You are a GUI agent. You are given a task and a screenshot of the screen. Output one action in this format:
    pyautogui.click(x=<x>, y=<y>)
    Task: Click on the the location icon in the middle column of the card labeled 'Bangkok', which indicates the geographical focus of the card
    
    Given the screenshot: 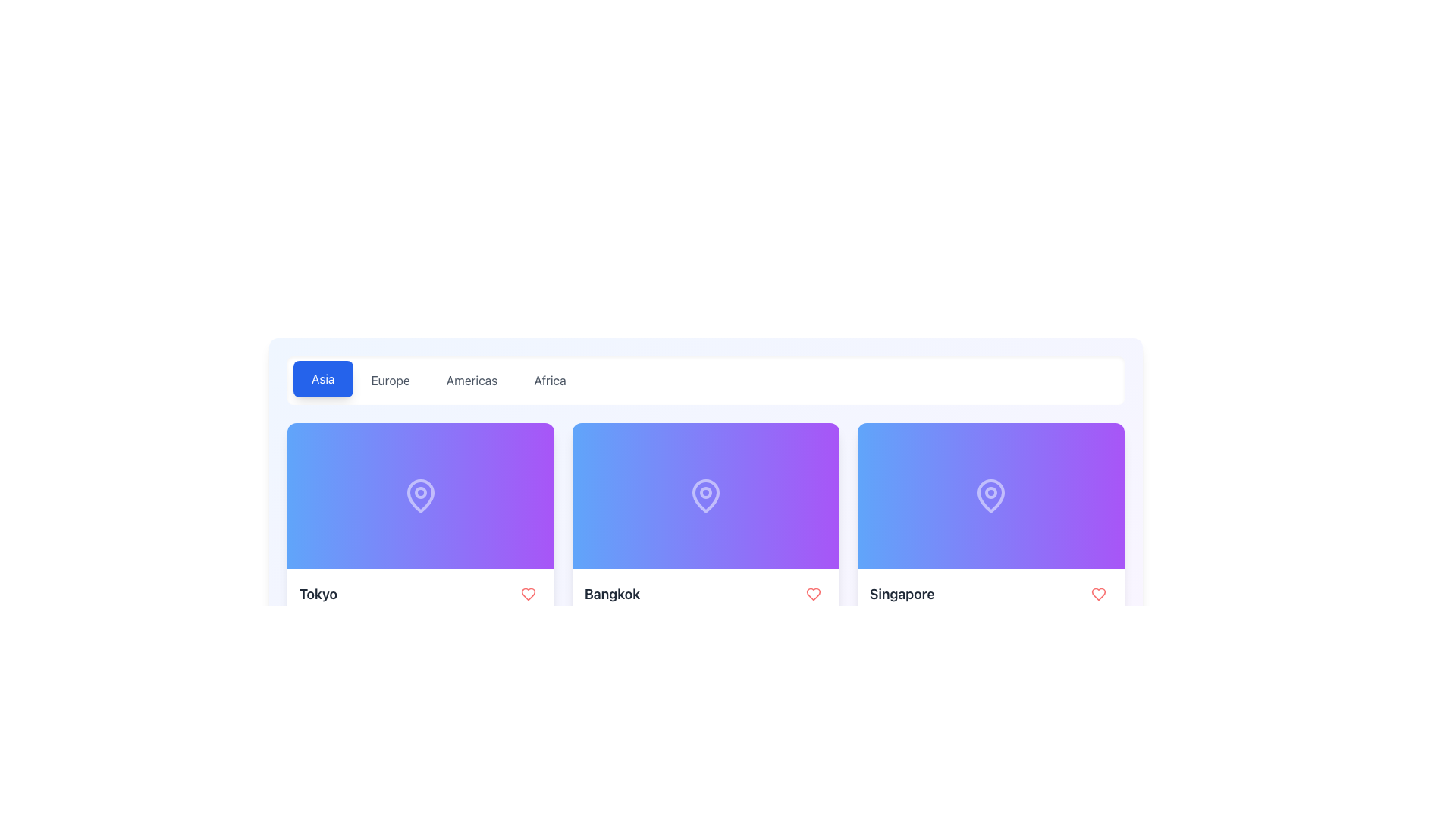 What is the action you would take?
    pyautogui.click(x=705, y=494)
    